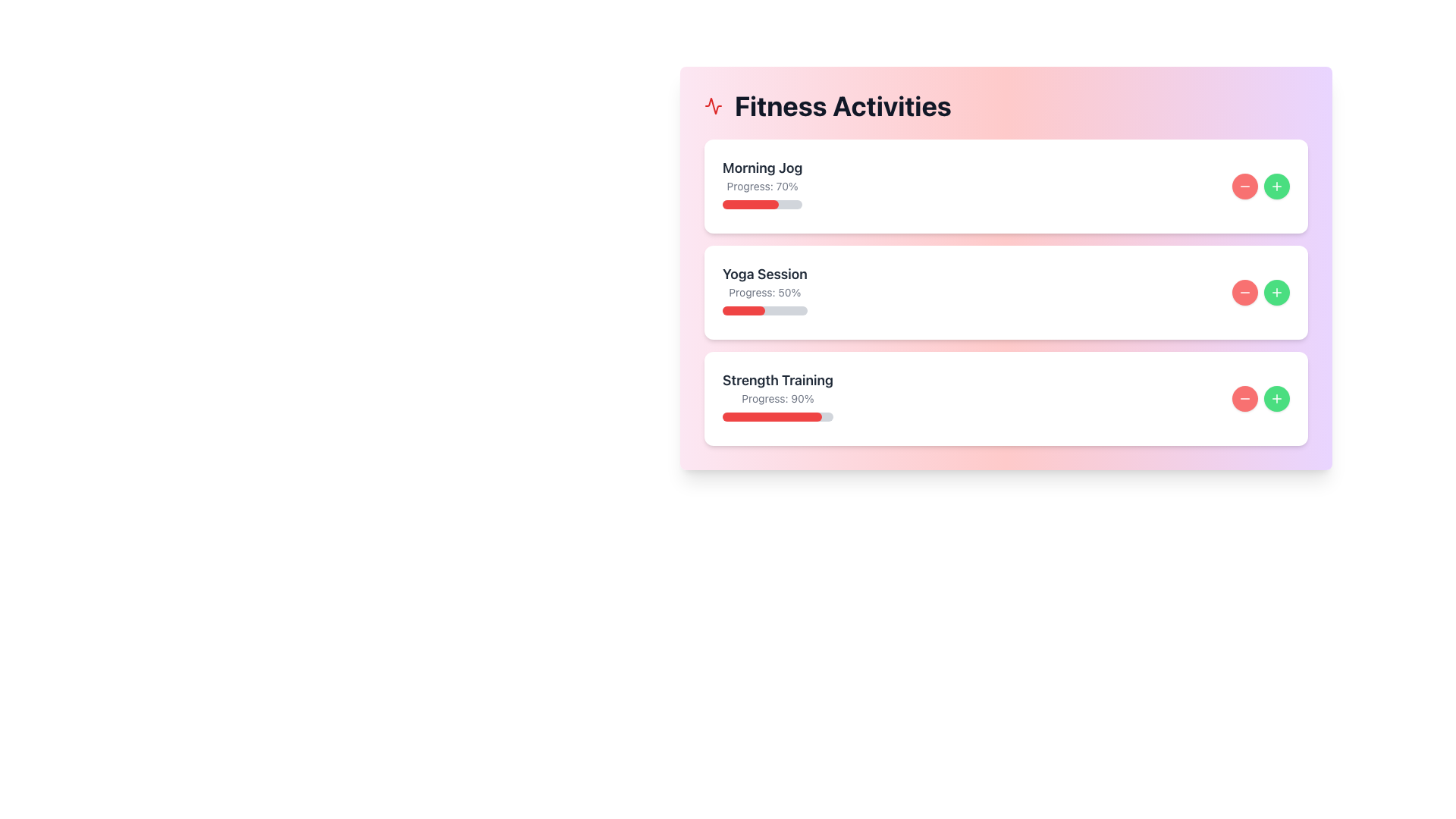  I want to click on the first circular button with a red background and white dash icon located on the right of the last activity in the visible list, so click(1244, 292).